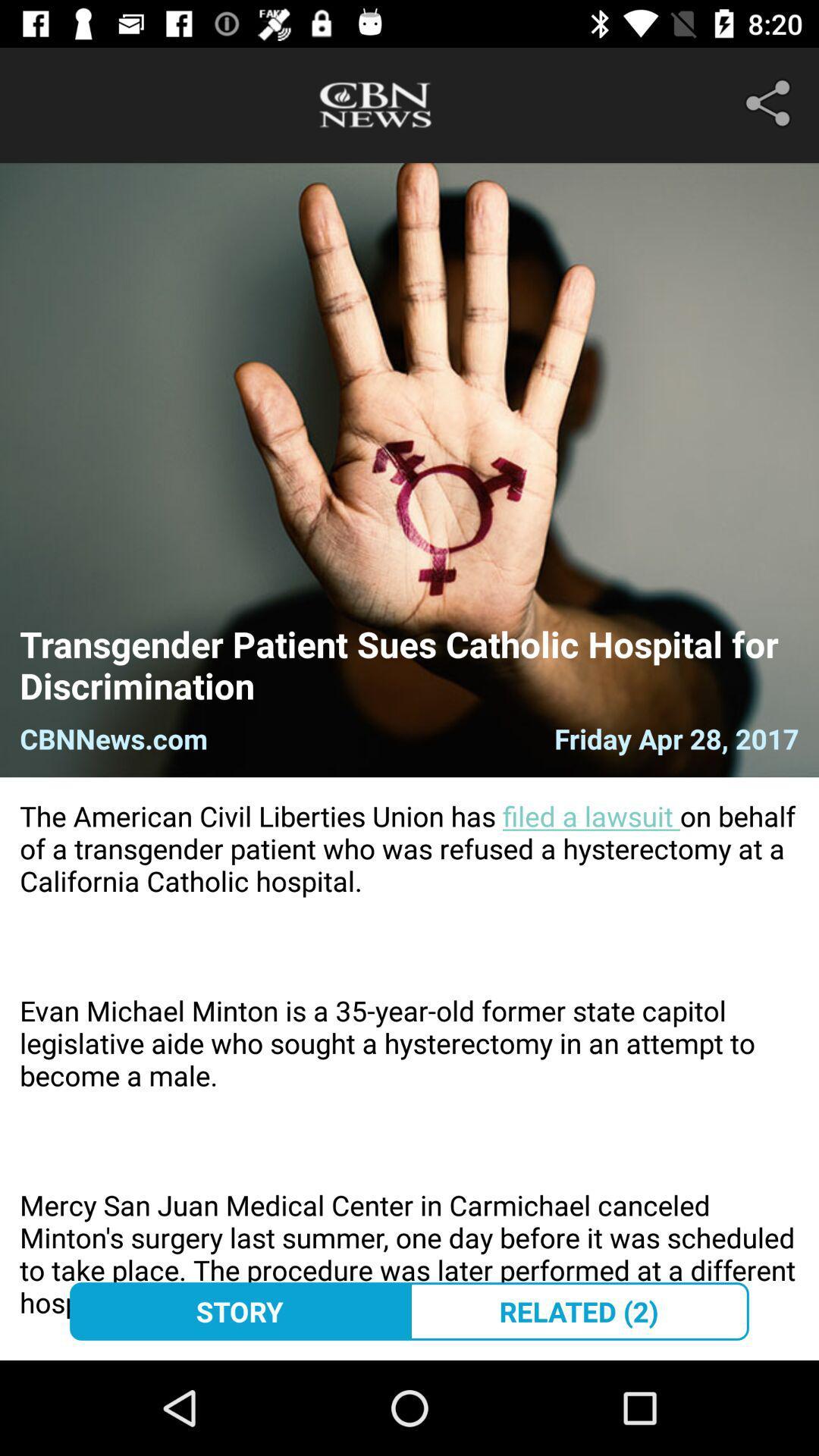  What do you see at coordinates (239, 1310) in the screenshot?
I see `icon next to the related (2)` at bounding box center [239, 1310].